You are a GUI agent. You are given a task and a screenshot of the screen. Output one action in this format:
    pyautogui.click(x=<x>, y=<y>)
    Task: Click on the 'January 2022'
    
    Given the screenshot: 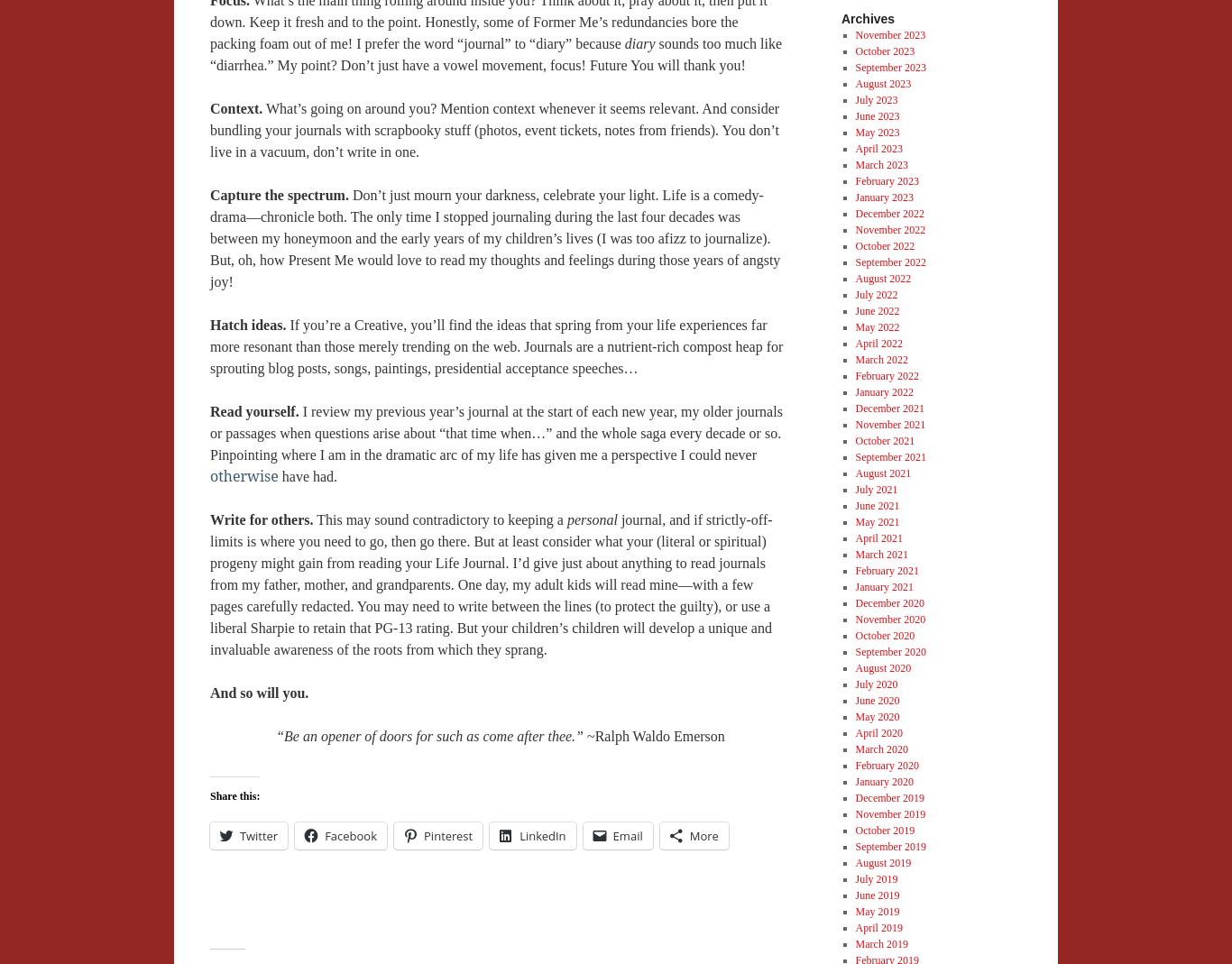 What is the action you would take?
    pyautogui.click(x=883, y=390)
    